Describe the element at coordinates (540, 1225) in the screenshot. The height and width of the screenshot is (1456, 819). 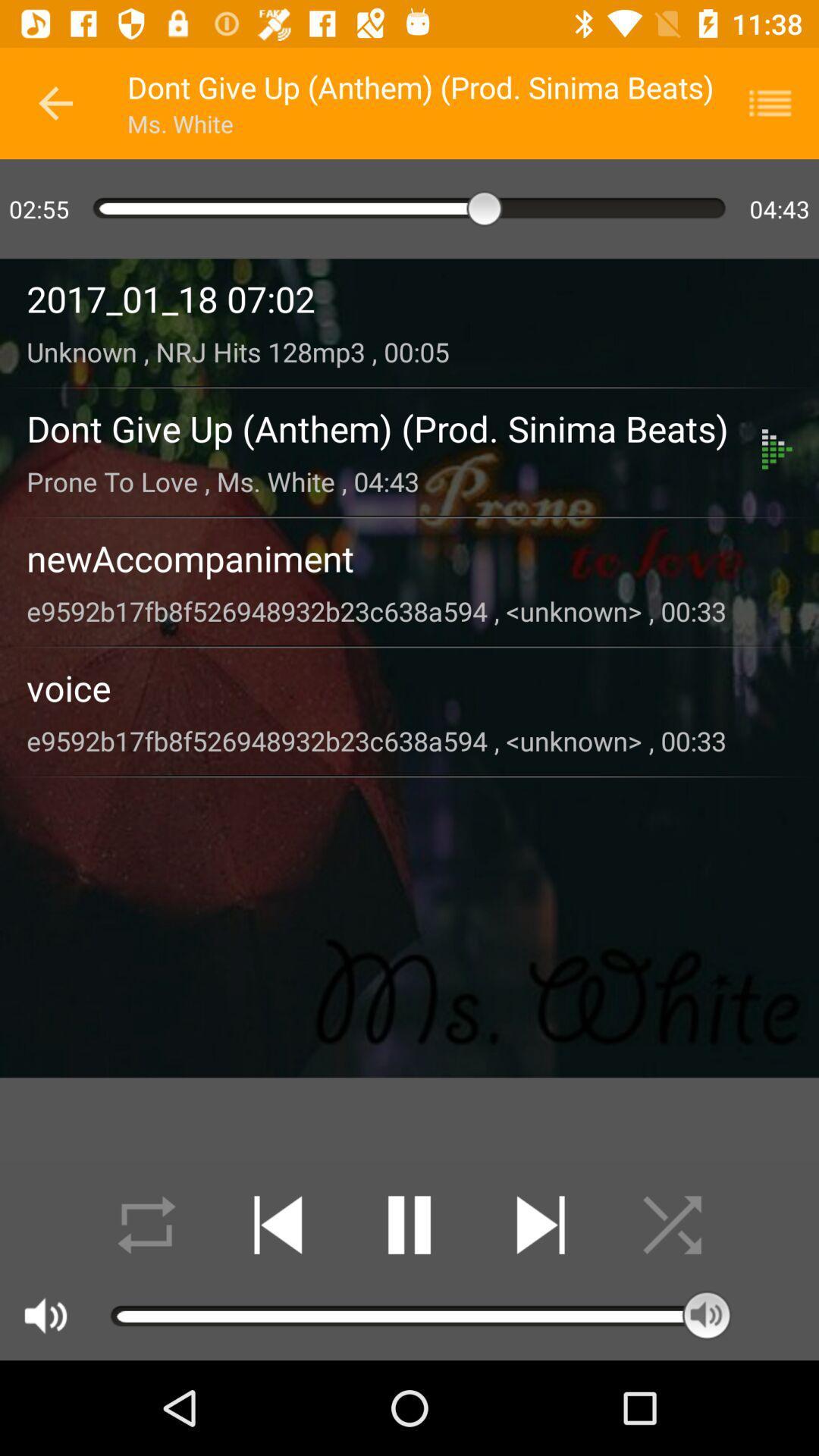
I see `the skip_next icon` at that location.